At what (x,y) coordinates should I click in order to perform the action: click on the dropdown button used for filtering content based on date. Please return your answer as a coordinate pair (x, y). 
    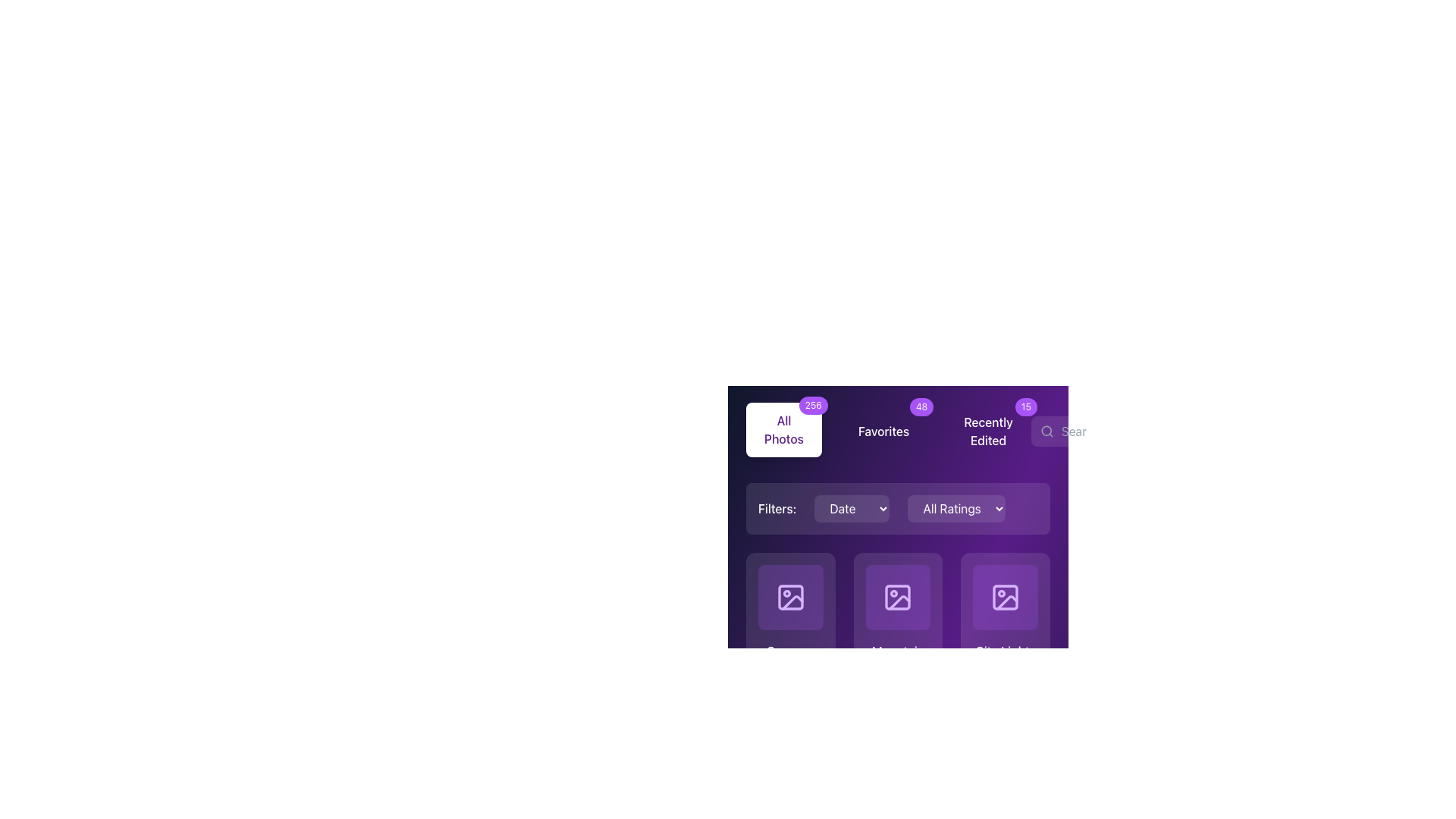
    Looking at the image, I should click on (852, 509).